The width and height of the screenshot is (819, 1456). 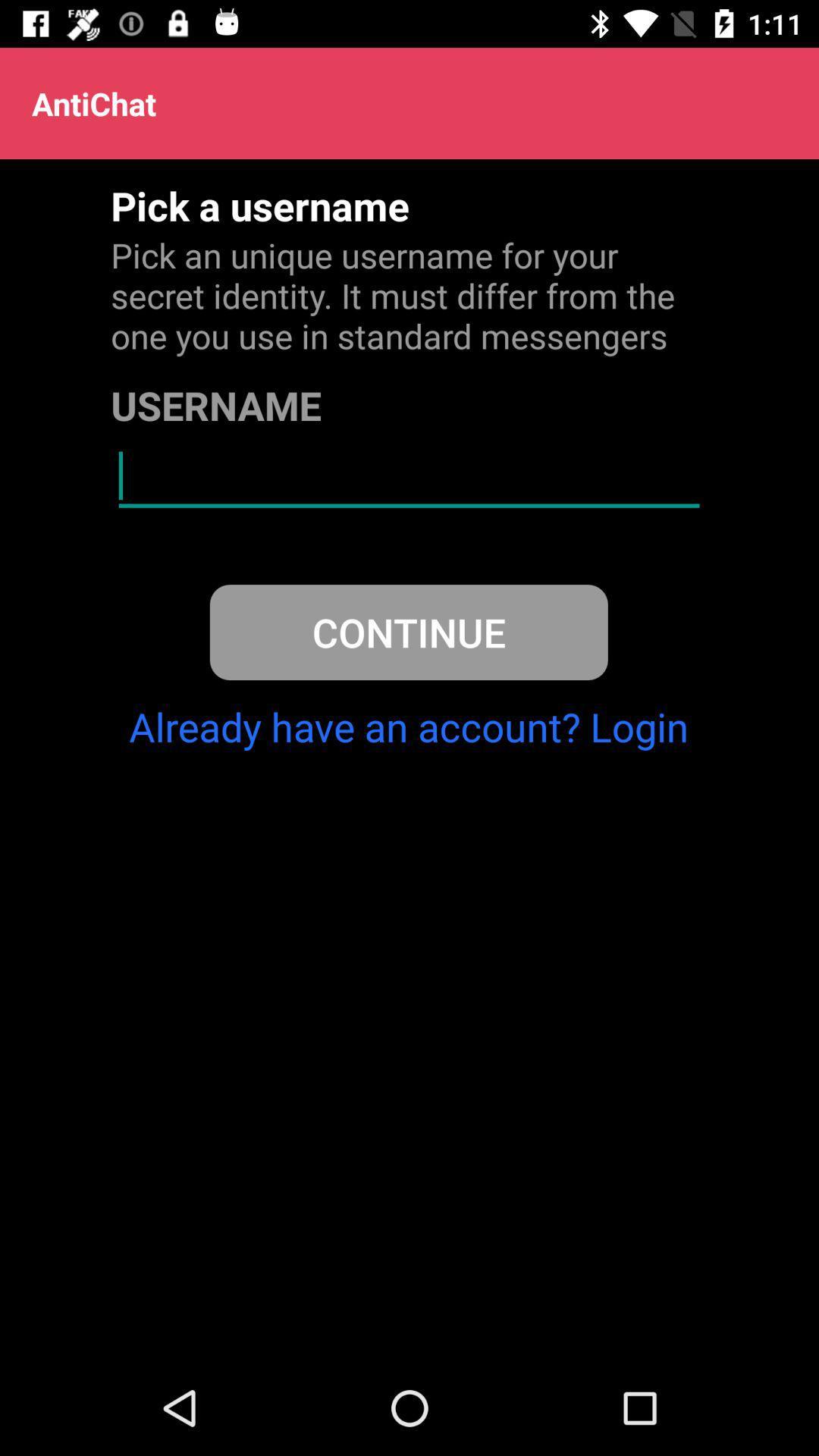 I want to click on the item above the already have an icon, so click(x=408, y=632).